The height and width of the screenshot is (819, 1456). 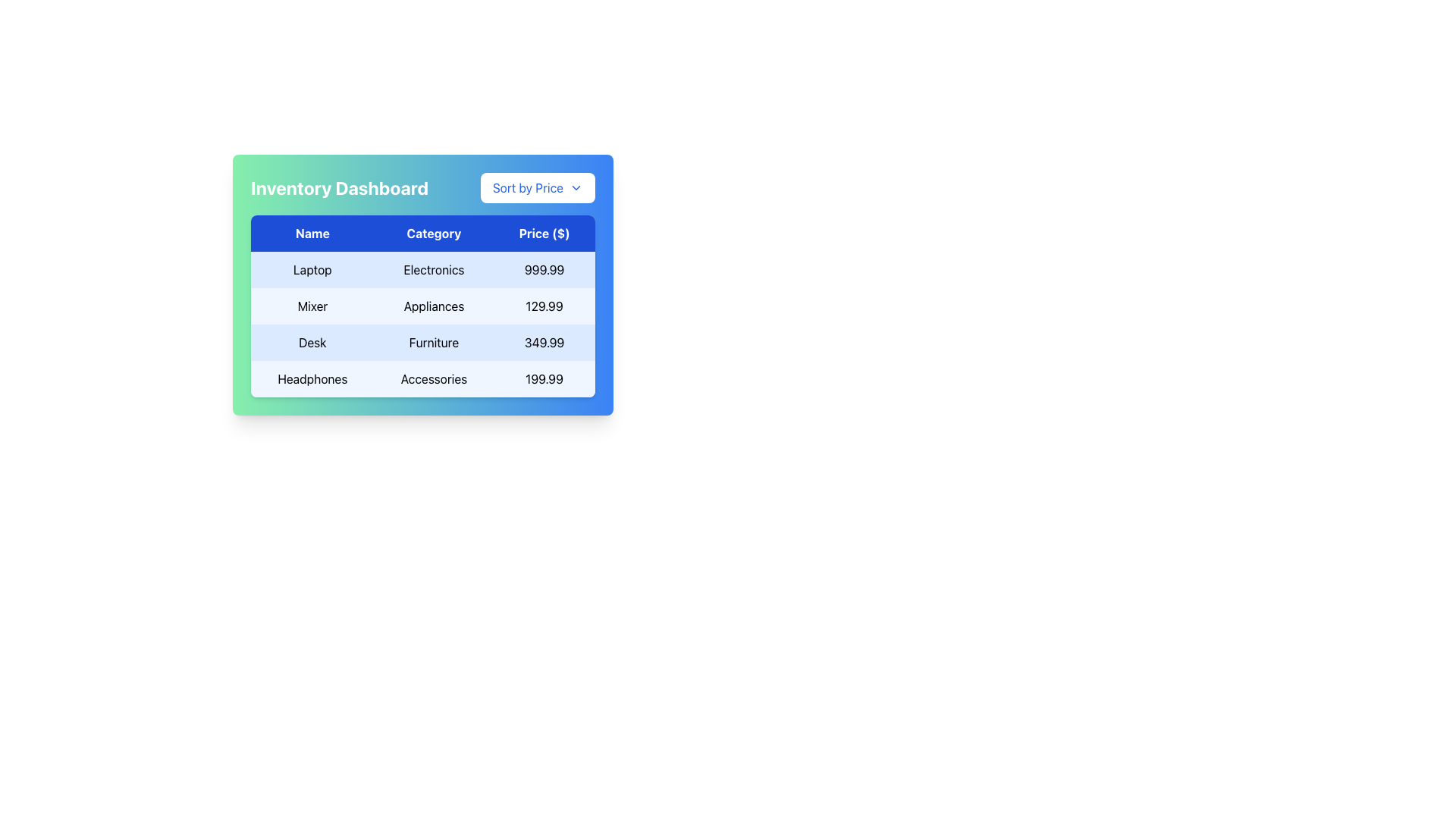 I want to click on the static text label displaying the price of the 'Mixer' item, which is the third column in the row labeled 'Mixer', so click(x=544, y=306).